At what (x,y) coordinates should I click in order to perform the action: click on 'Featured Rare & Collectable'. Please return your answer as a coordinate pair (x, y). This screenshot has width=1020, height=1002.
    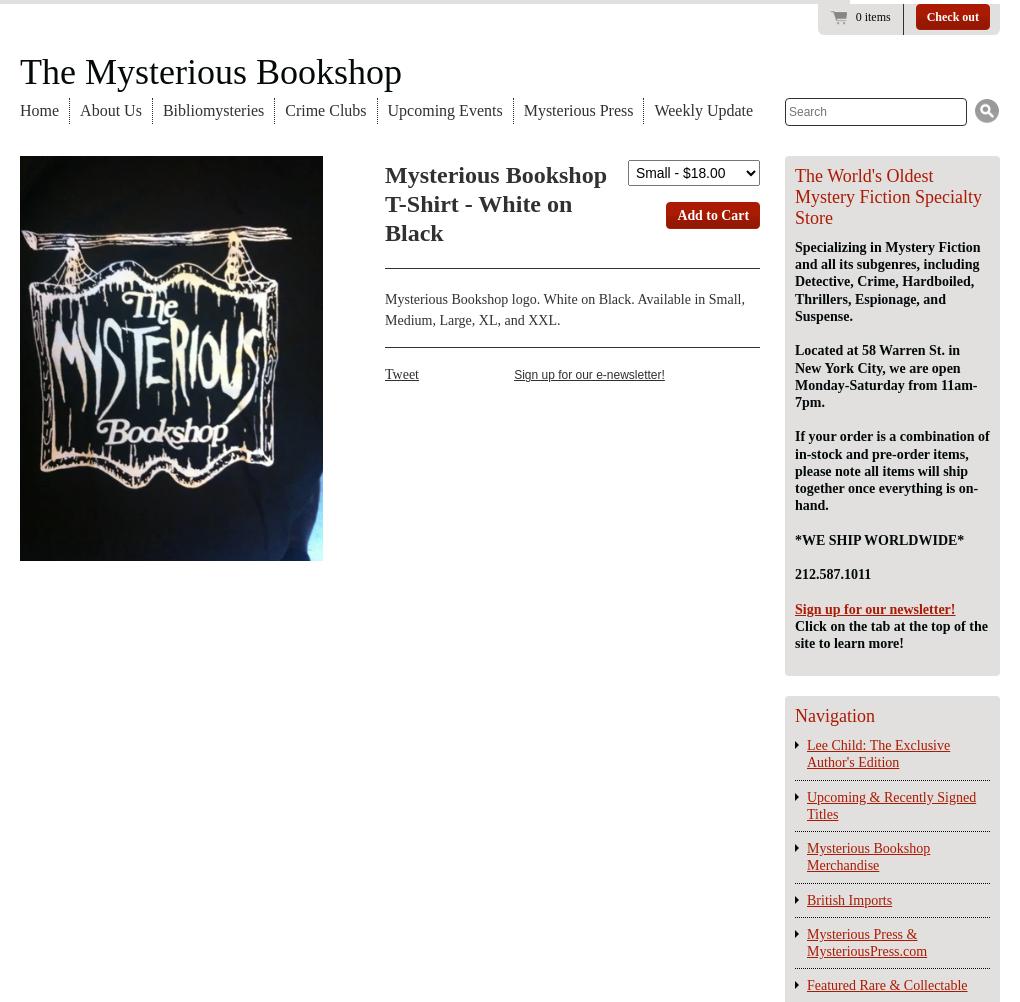
    Looking at the image, I should click on (885, 984).